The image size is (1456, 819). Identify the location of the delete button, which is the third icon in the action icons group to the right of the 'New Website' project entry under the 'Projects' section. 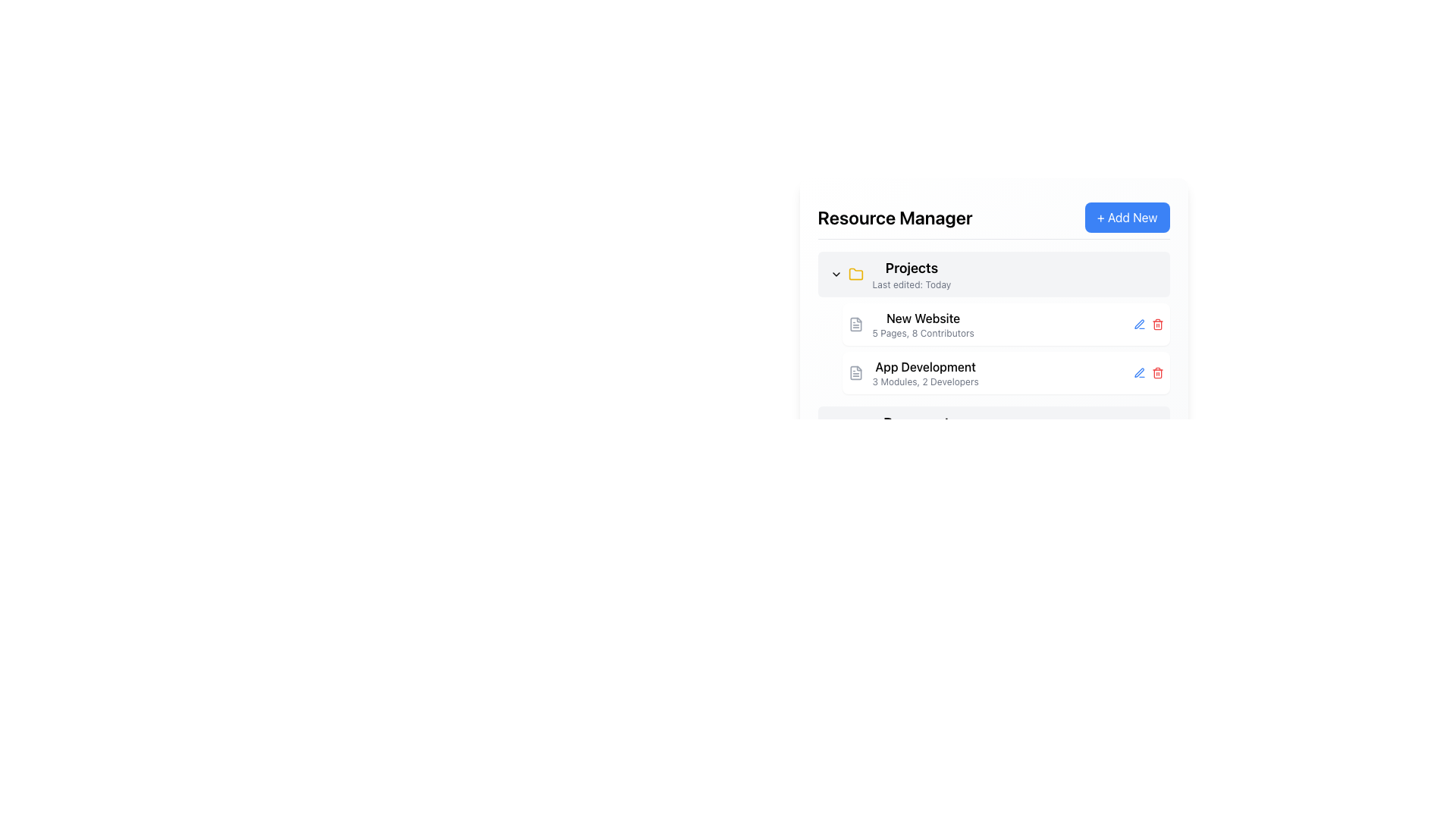
(1156, 324).